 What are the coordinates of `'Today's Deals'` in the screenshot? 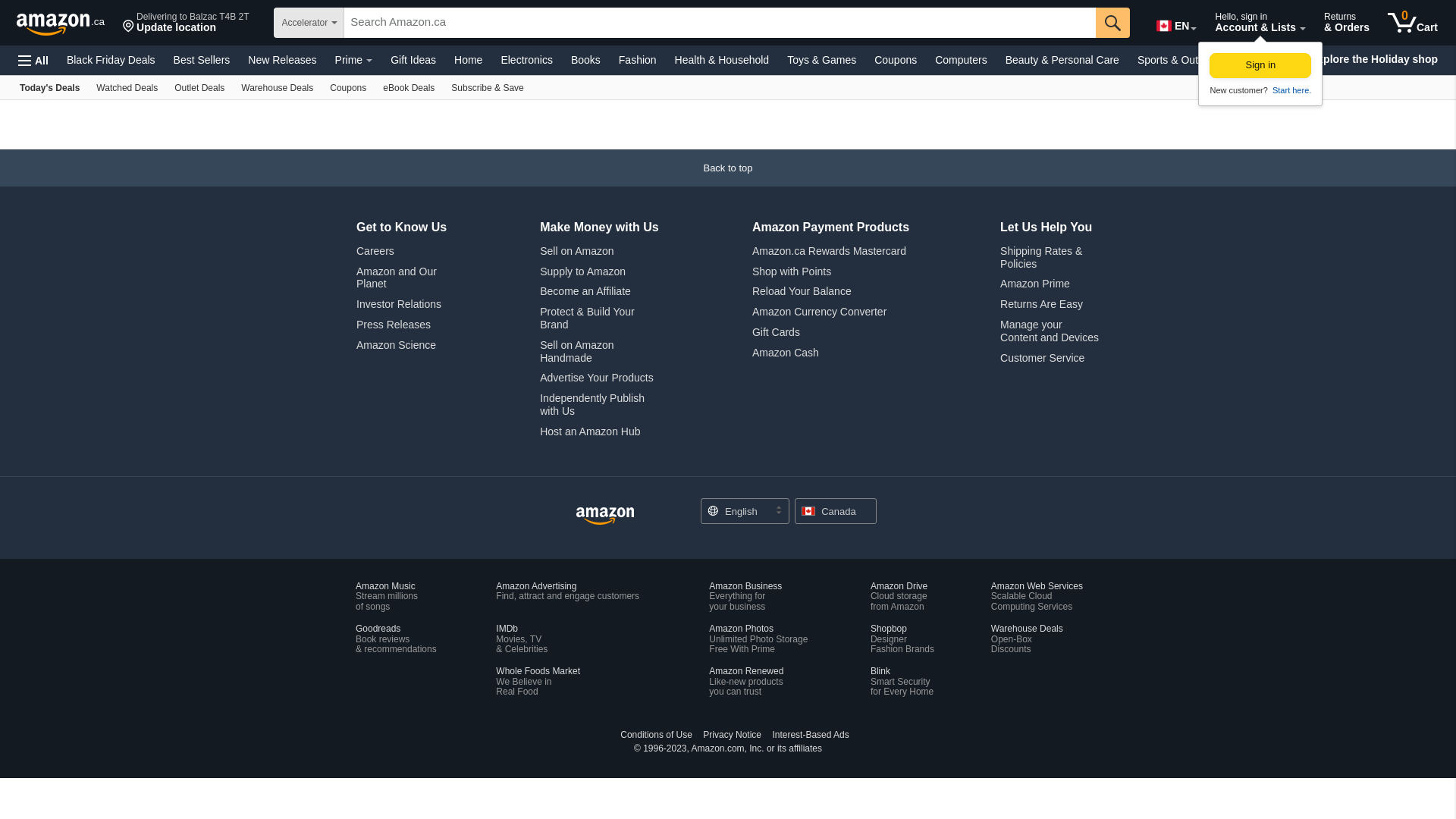 It's located at (49, 87).